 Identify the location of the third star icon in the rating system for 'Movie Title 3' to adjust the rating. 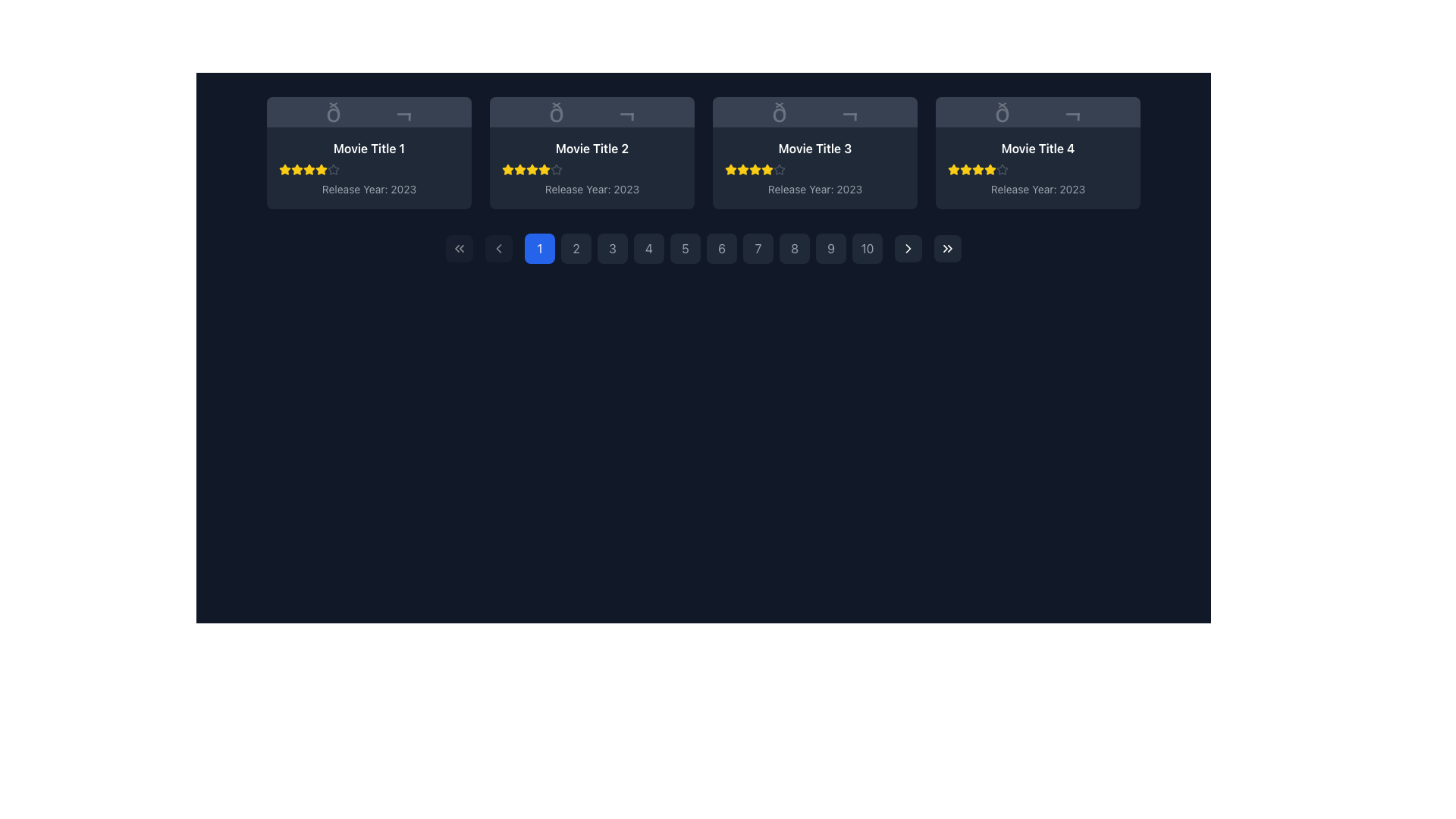
(767, 169).